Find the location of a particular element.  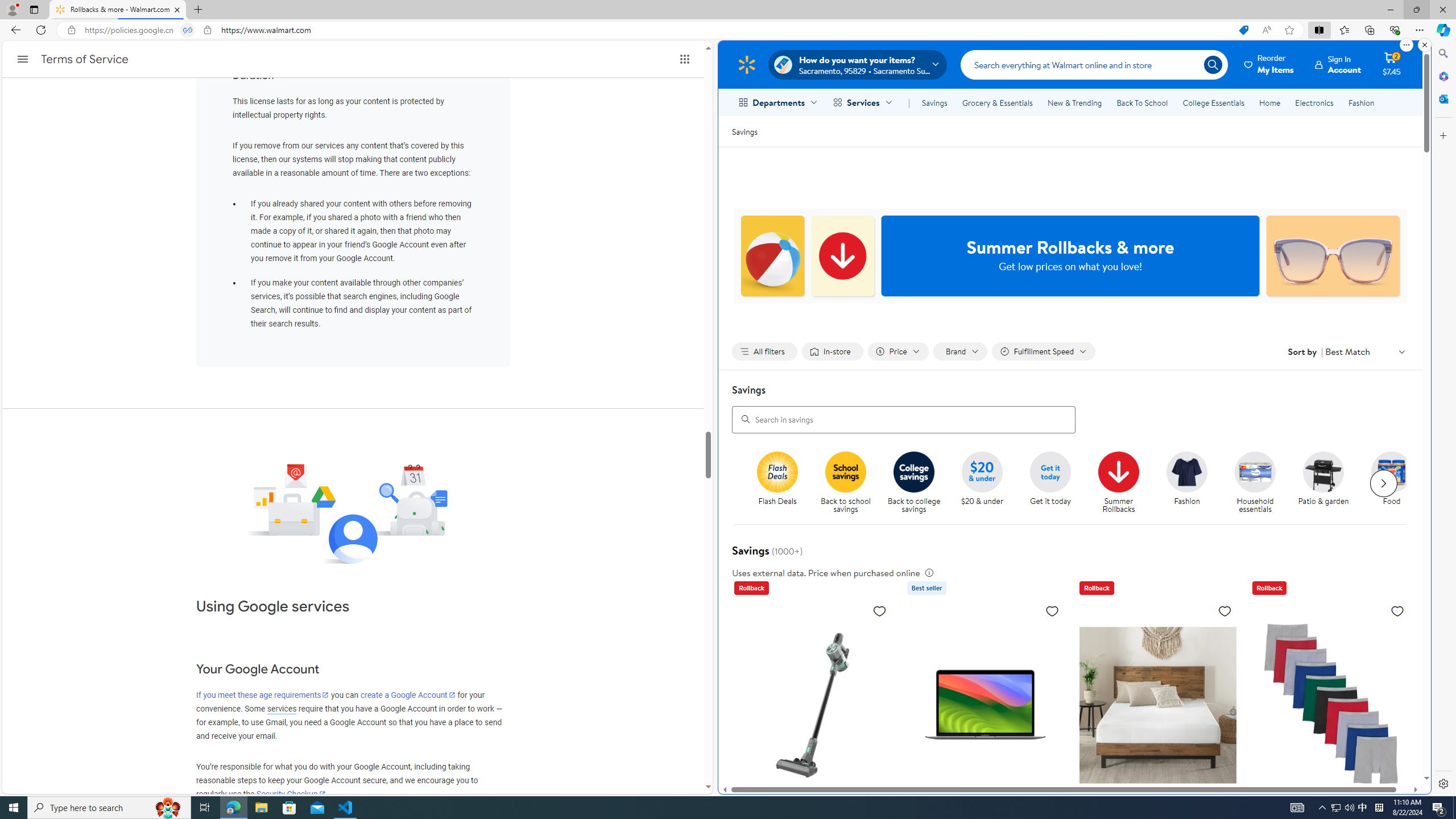

'More options.' is located at coordinates (1405, 44).